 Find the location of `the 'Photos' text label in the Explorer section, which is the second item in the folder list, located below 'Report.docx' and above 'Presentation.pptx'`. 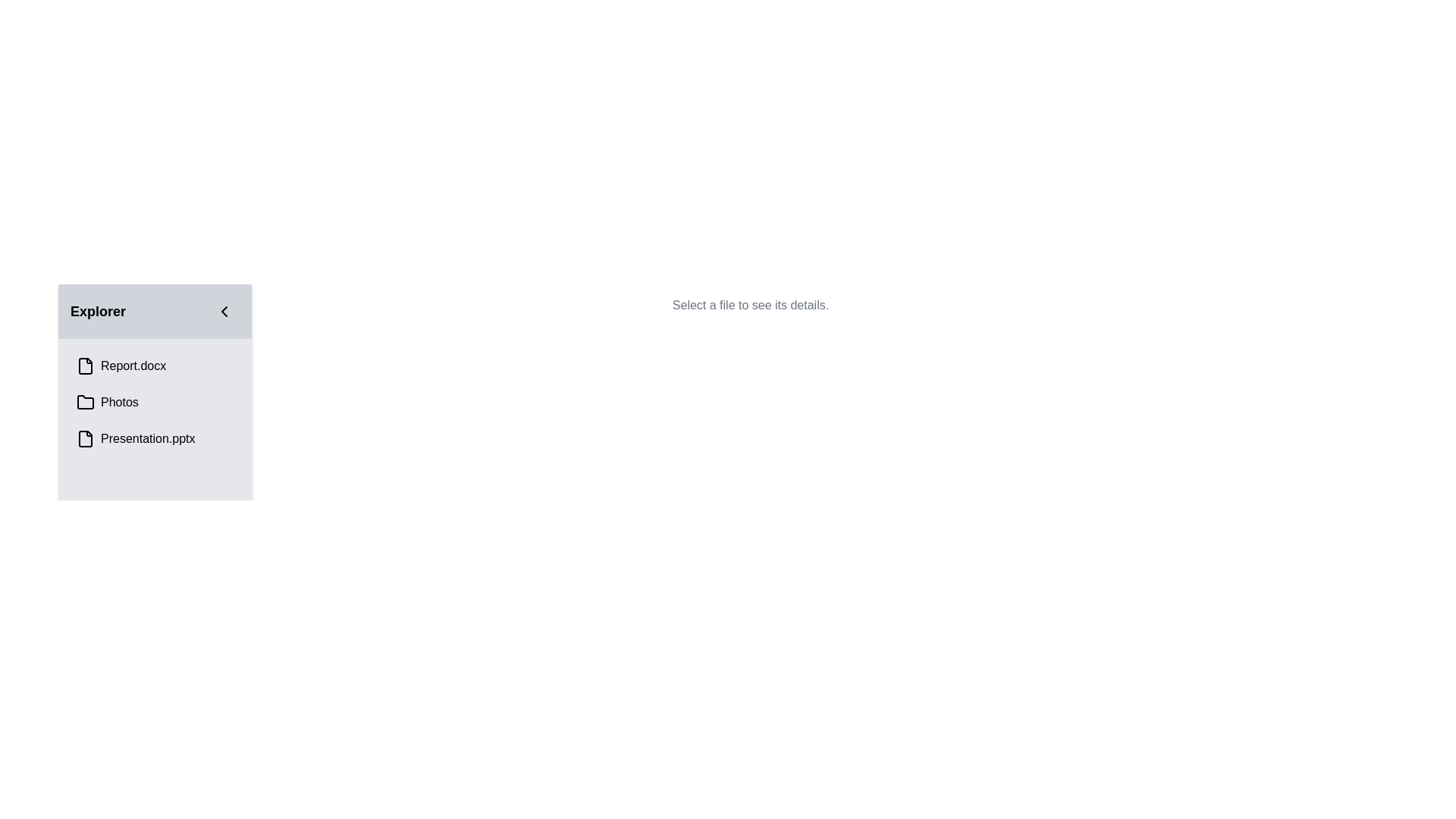

the 'Photos' text label in the Explorer section, which is the second item in the folder list, located below 'Report.docx' and above 'Presentation.pptx' is located at coordinates (118, 402).